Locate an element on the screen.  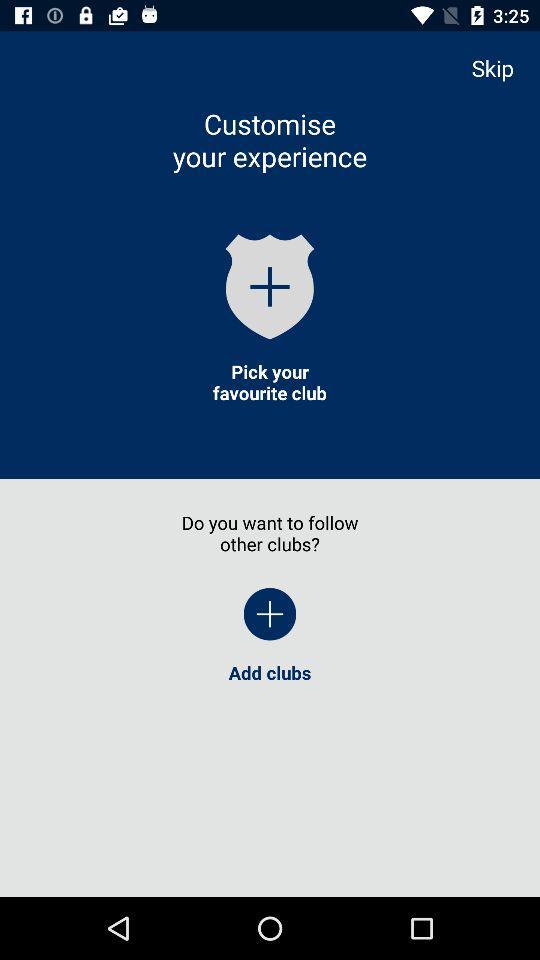
the pick your favourite item is located at coordinates (270, 381).